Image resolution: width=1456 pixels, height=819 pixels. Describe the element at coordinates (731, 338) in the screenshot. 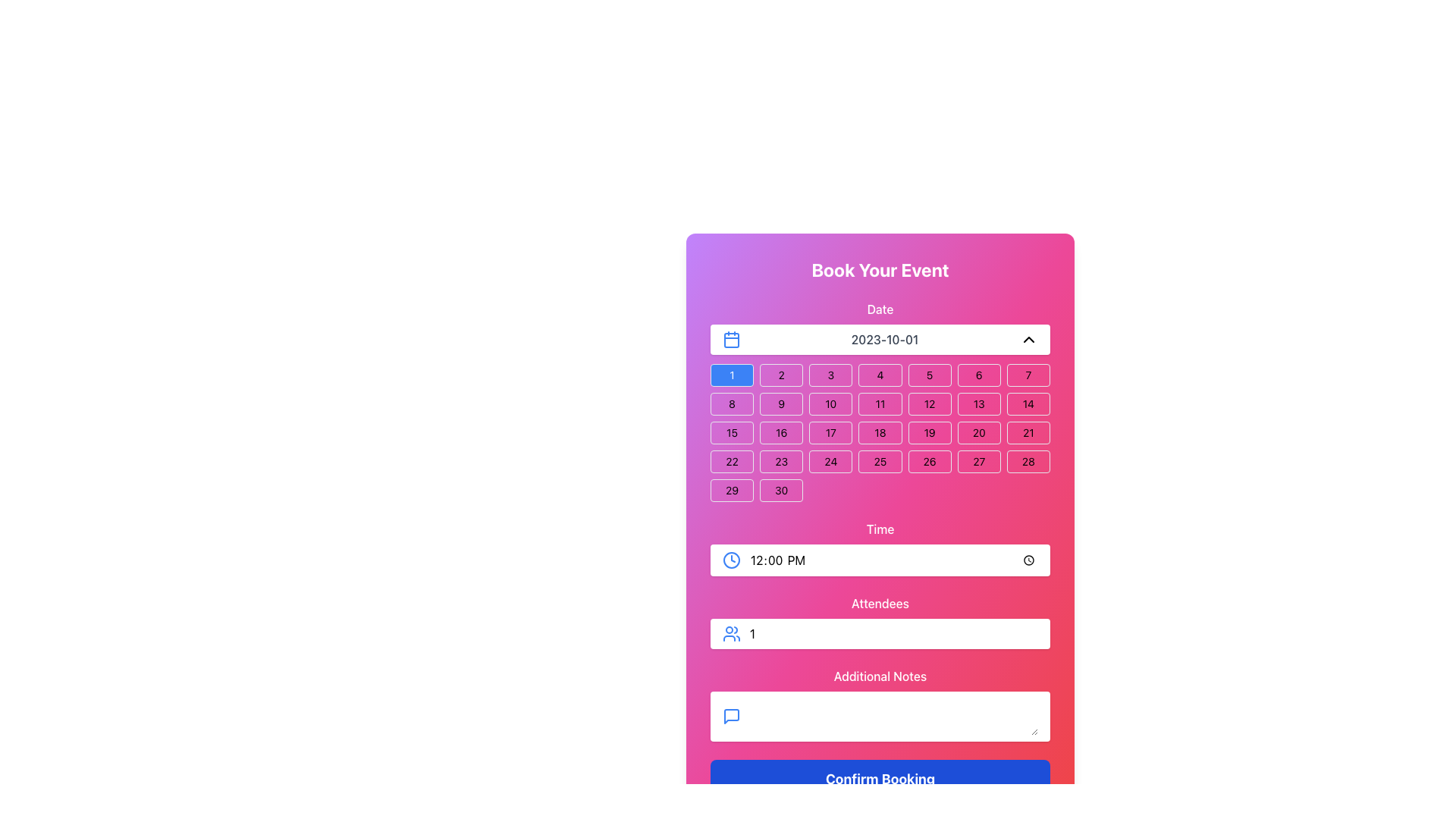

I see `the blue calendar icon with a white background and thin blue outline` at that location.